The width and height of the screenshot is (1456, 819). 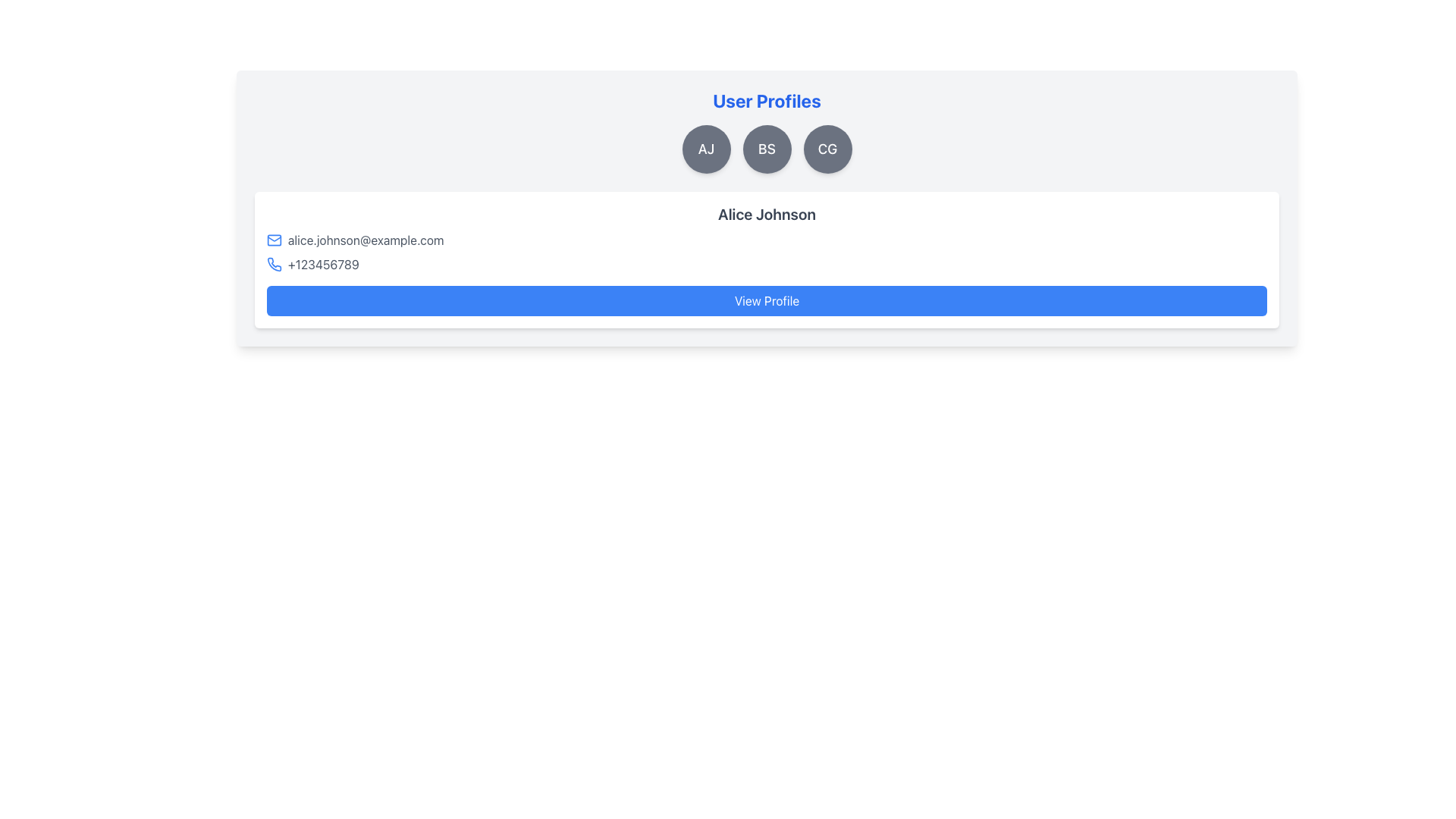 What do you see at coordinates (767, 214) in the screenshot?
I see `the text label displaying 'Alice Johnson', which is styled prominently in bold and dark gray within a rounded rectangle card` at bounding box center [767, 214].